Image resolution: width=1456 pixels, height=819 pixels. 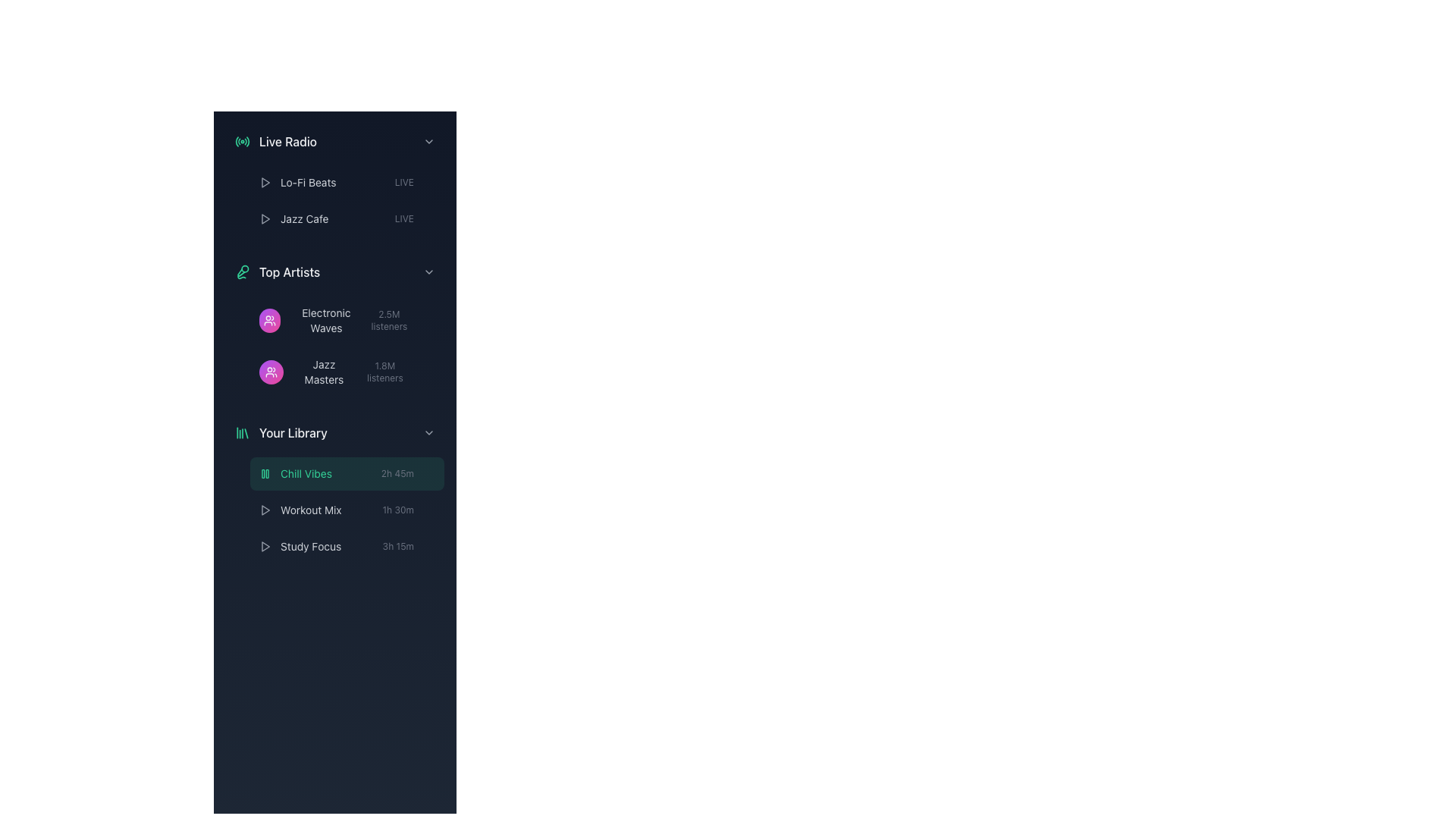 What do you see at coordinates (428, 472) in the screenshot?
I see `the heart-shaped interactive element located next to the 'Chill Vibes' playlist entry in the 'Your Library' section` at bounding box center [428, 472].